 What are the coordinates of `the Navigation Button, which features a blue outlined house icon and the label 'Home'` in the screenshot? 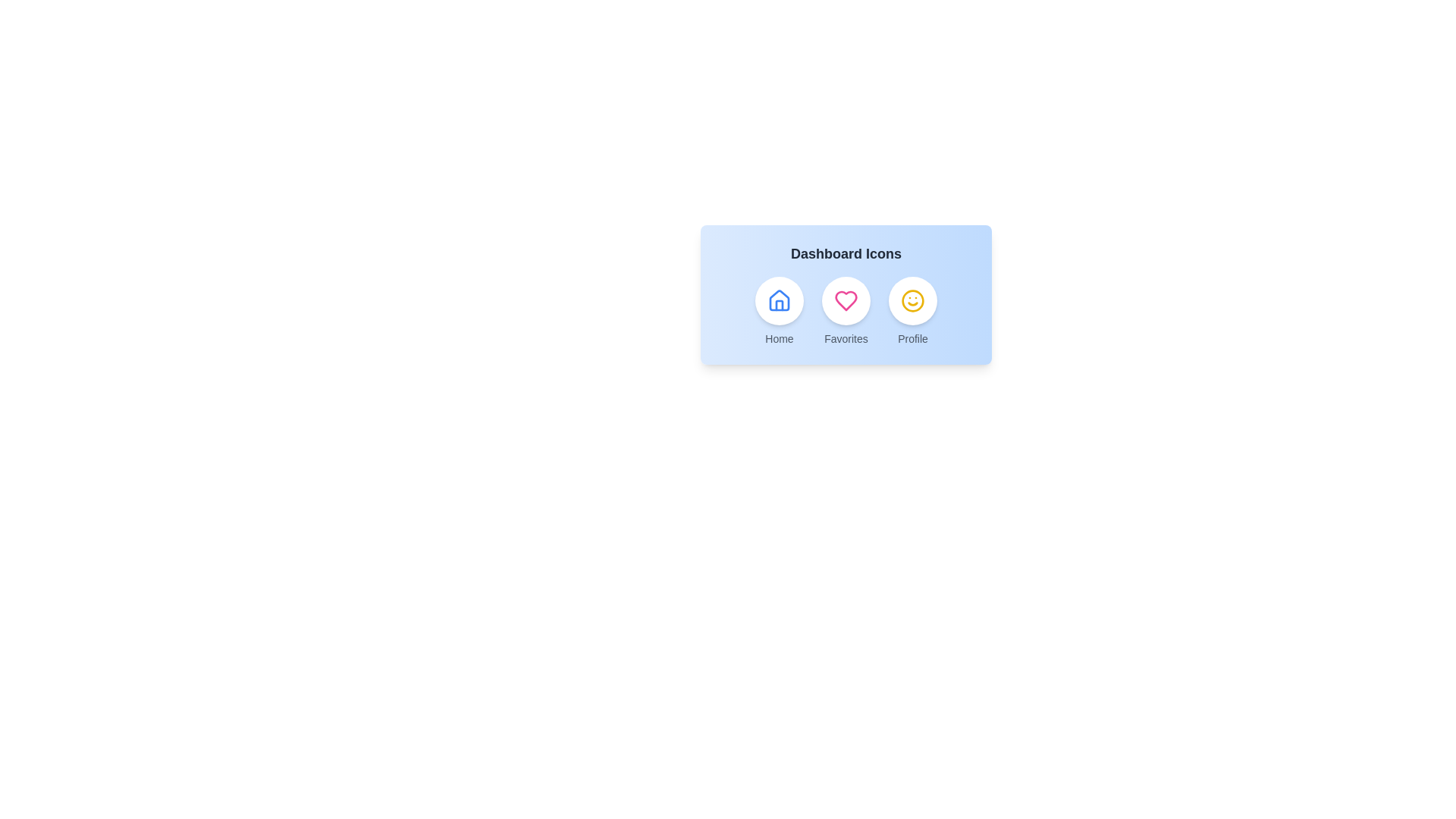 It's located at (779, 311).